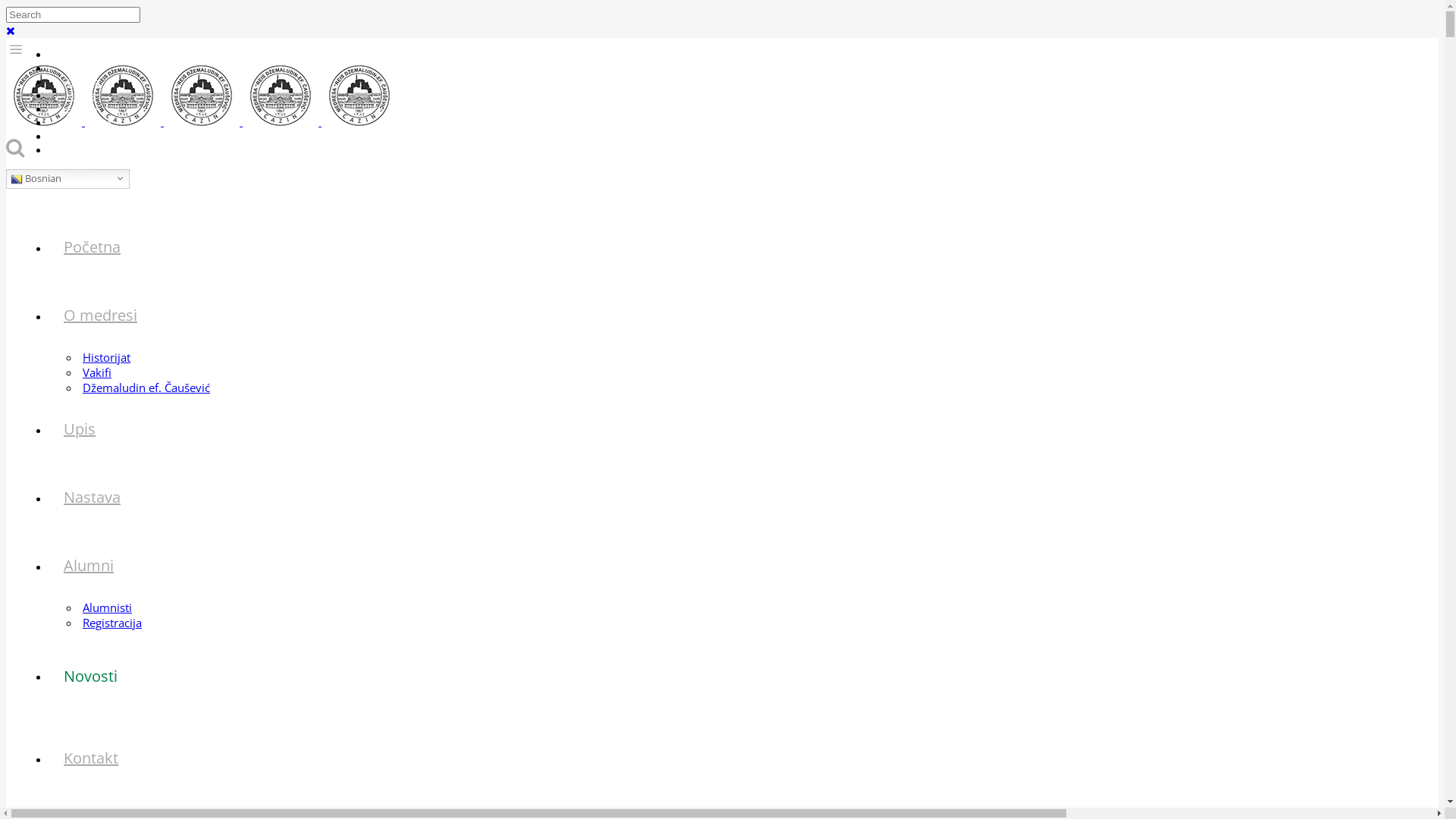  What do you see at coordinates (106, 607) in the screenshot?
I see `'Alumnisti'` at bounding box center [106, 607].